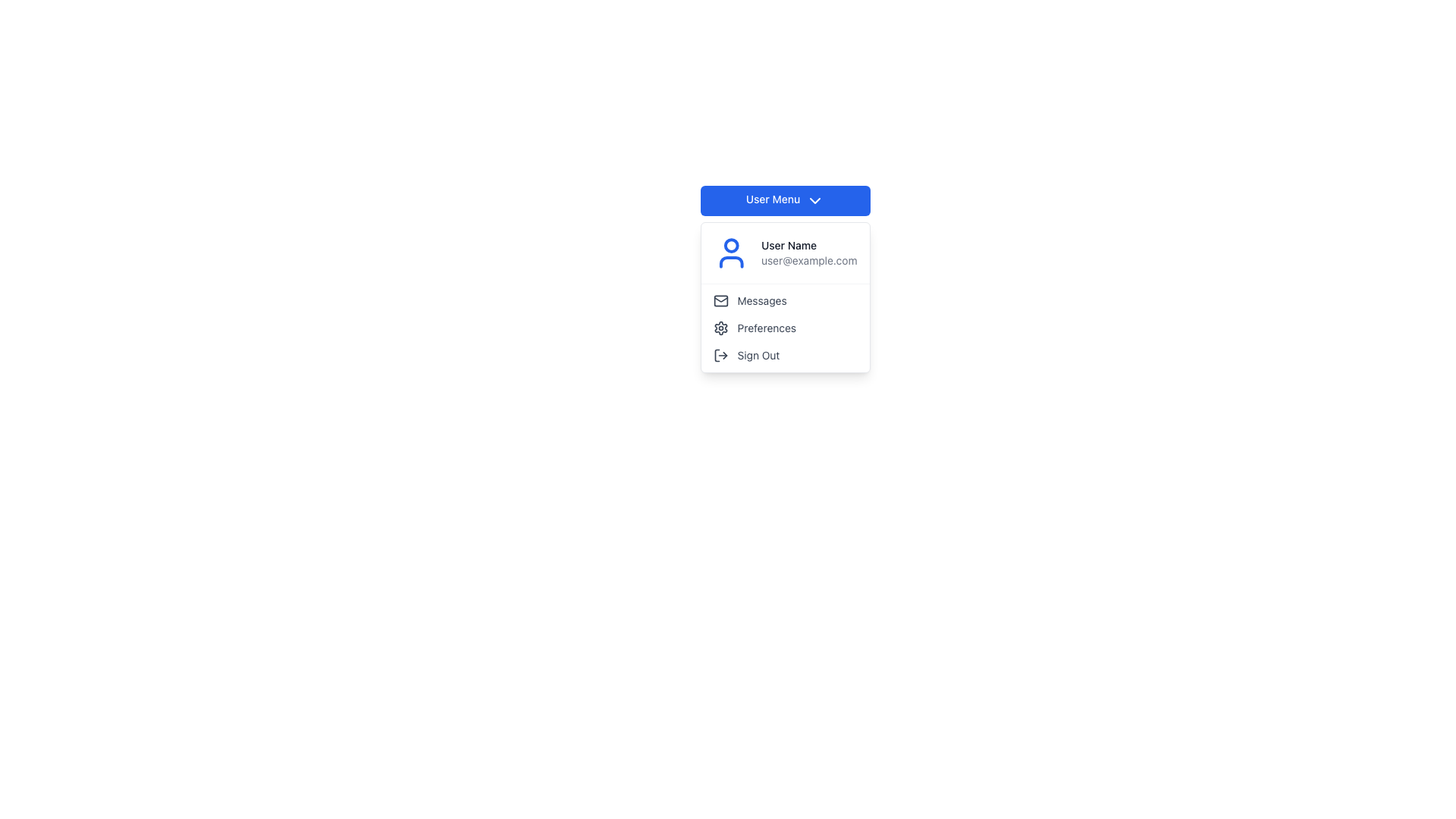 This screenshot has width=1456, height=819. I want to click on the 'Sign Out' icon located in the dropdown menu under the 'User Menu' button, which visually indicates the sign out functionality, so click(720, 356).